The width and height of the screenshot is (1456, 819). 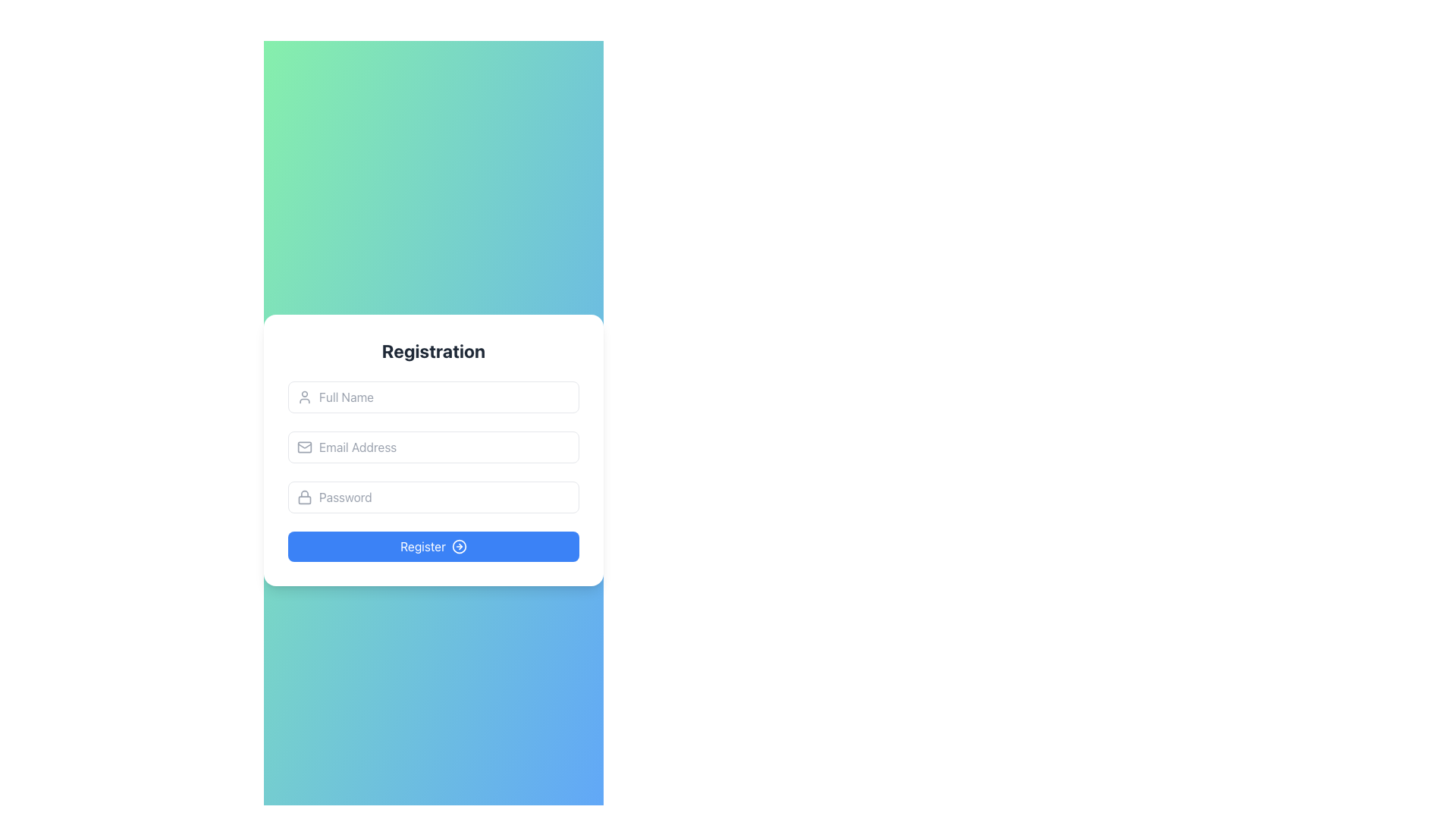 What do you see at coordinates (304, 497) in the screenshot?
I see `the security icon located to the left of the password input field, which indicates that the adjacent field is for entering a password` at bounding box center [304, 497].